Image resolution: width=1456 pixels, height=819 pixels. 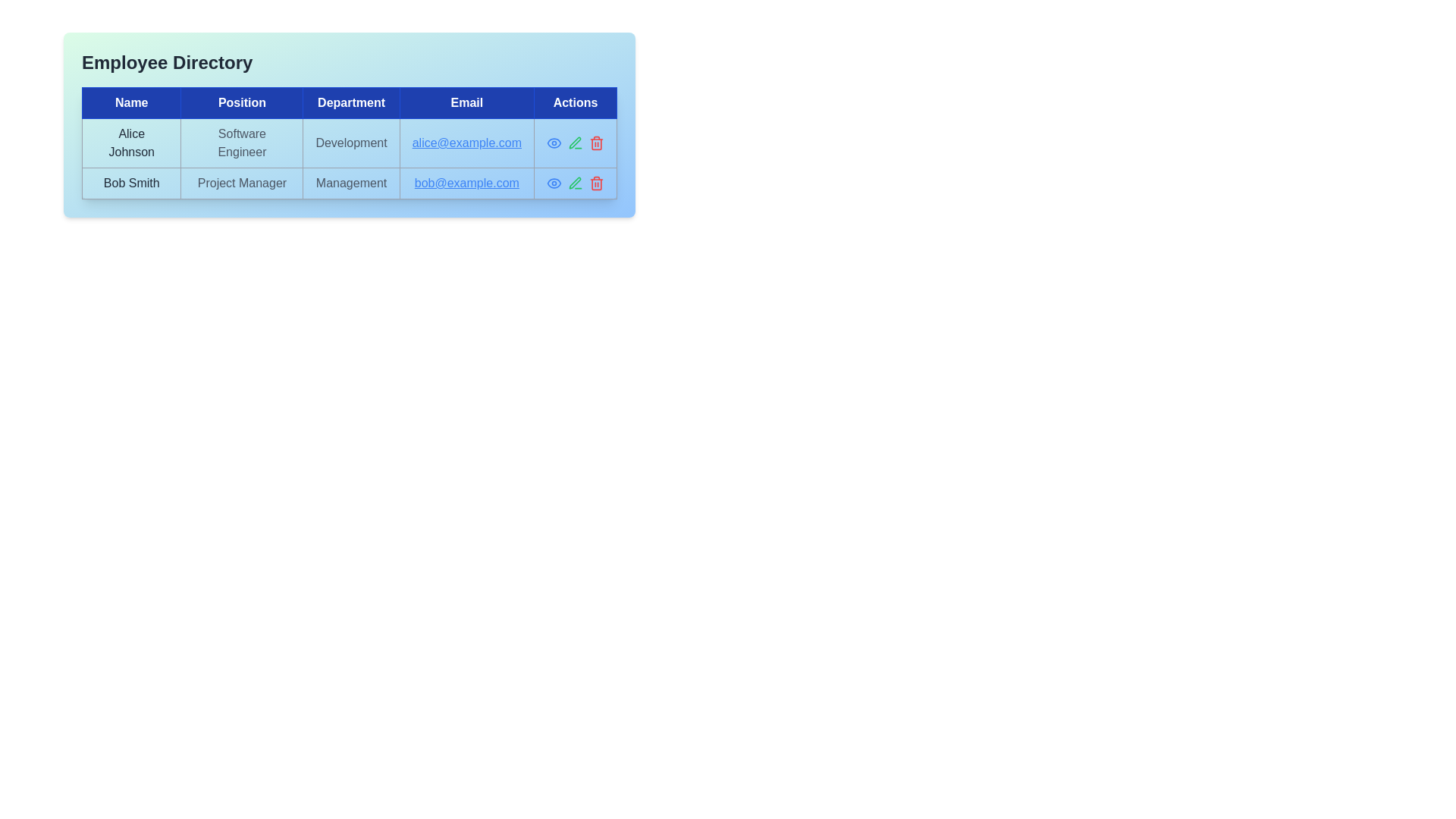 What do you see at coordinates (466, 143) in the screenshot?
I see `the text element displaying the email address of user 'Alice Johnson', which is styled as a hyperlink and located in the fourth cell of the first row under the 'Email' column` at bounding box center [466, 143].